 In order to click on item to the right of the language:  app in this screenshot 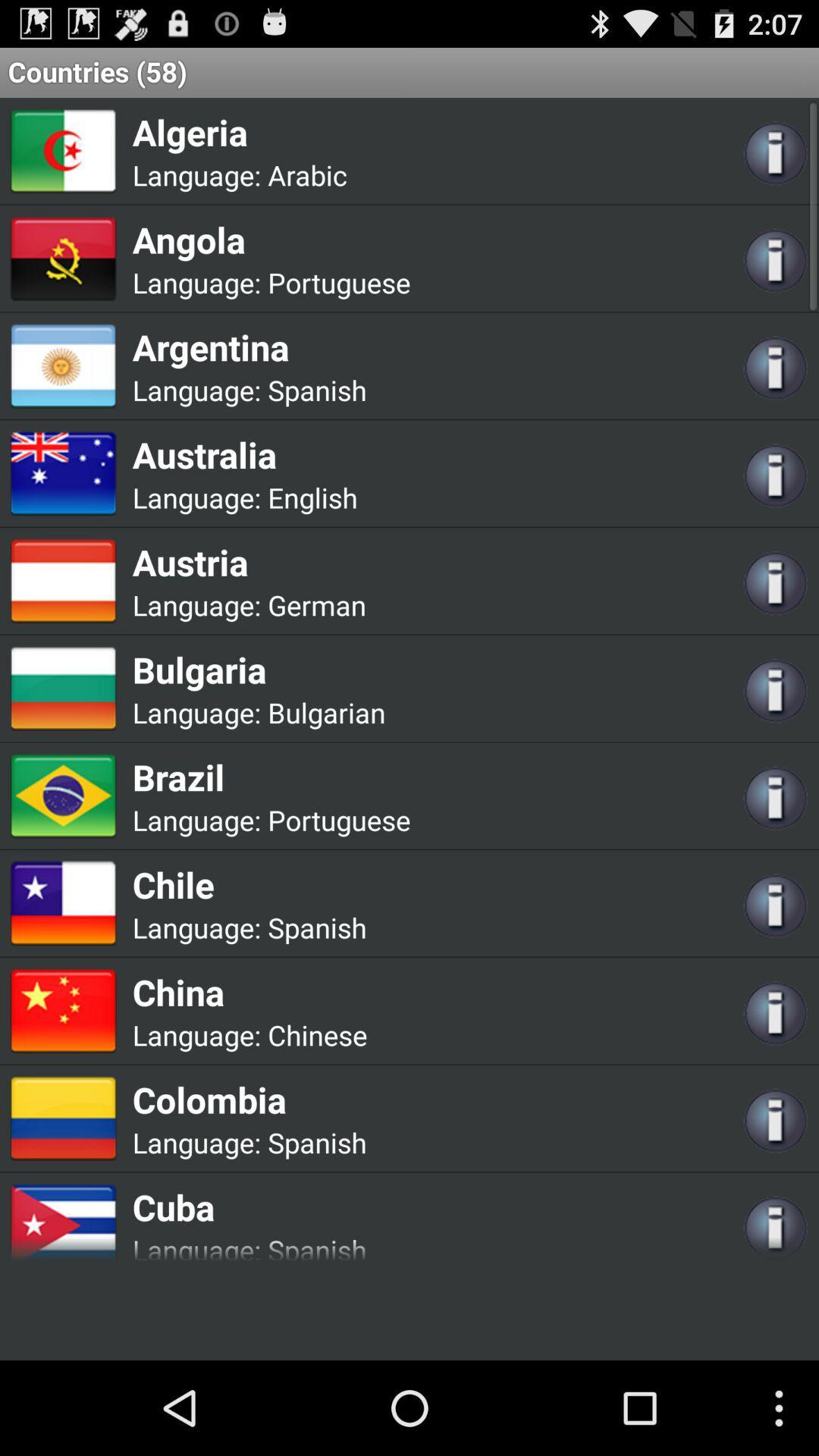, I will do `click(316, 1034)`.